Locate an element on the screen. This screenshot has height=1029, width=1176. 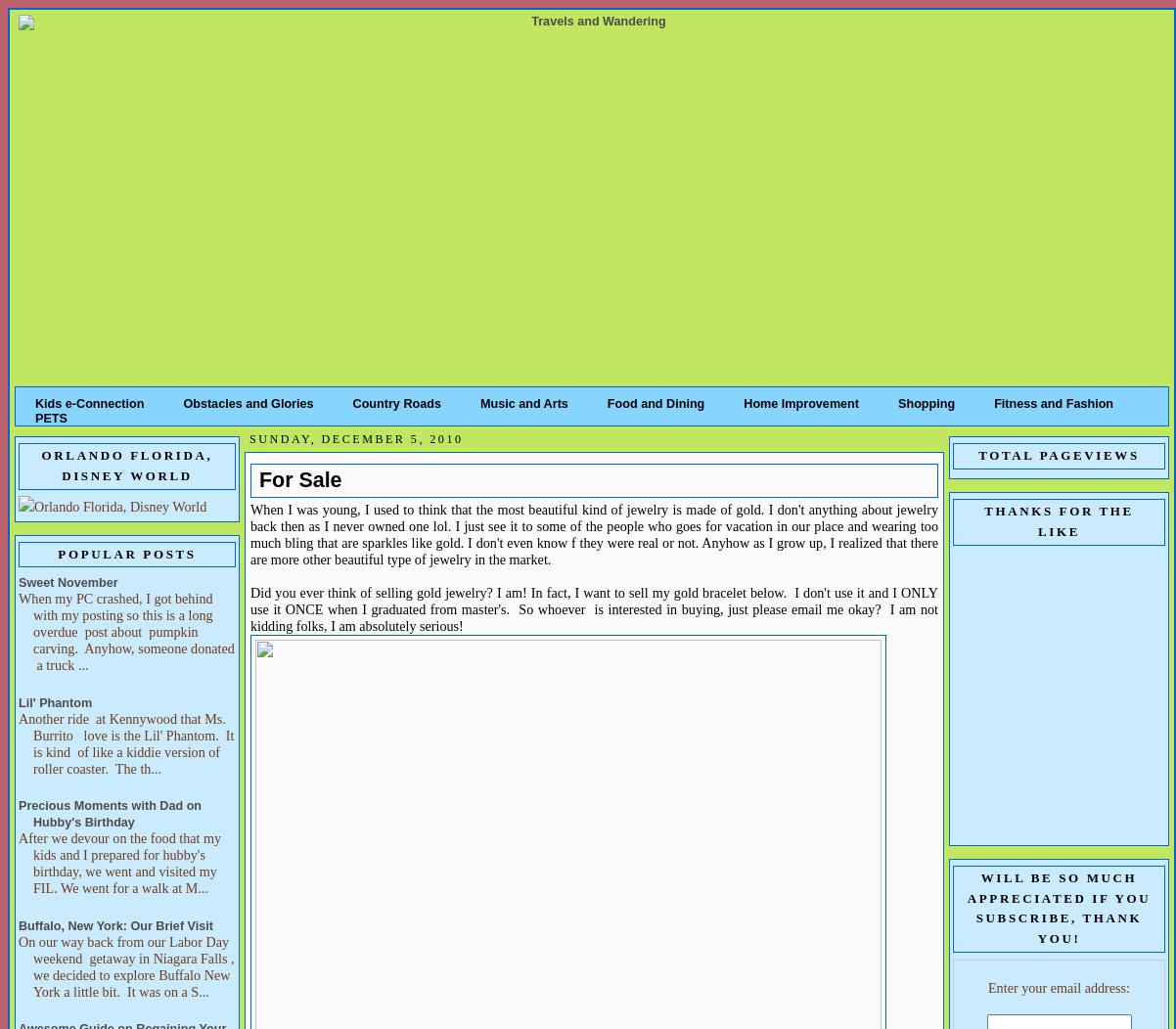
'Sunday, December 5, 2010' is located at coordinates (354, 438).